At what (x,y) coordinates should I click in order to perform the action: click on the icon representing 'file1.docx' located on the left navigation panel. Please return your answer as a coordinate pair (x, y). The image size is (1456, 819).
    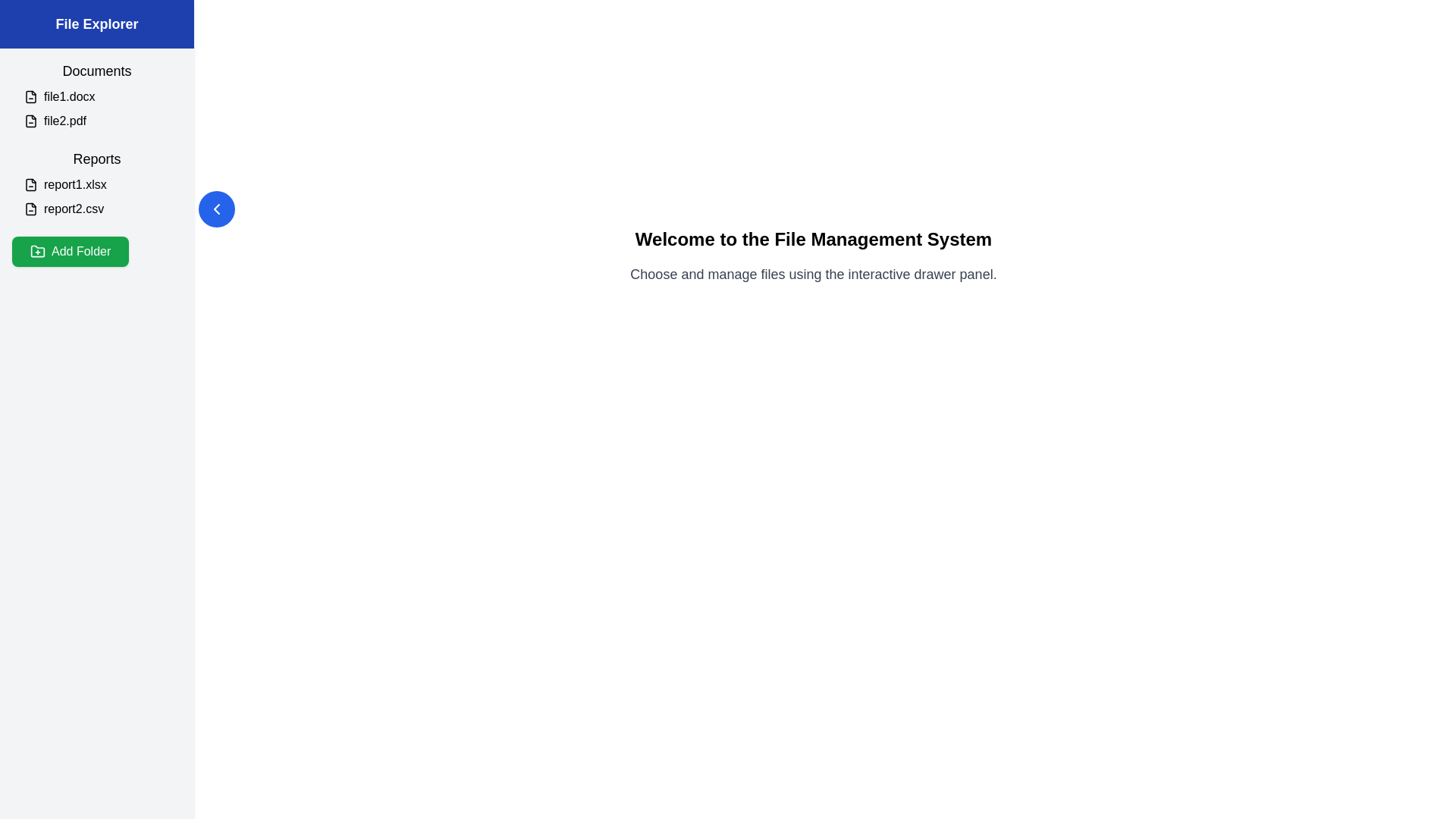
    Looking at the image, I should click on (31, 96).